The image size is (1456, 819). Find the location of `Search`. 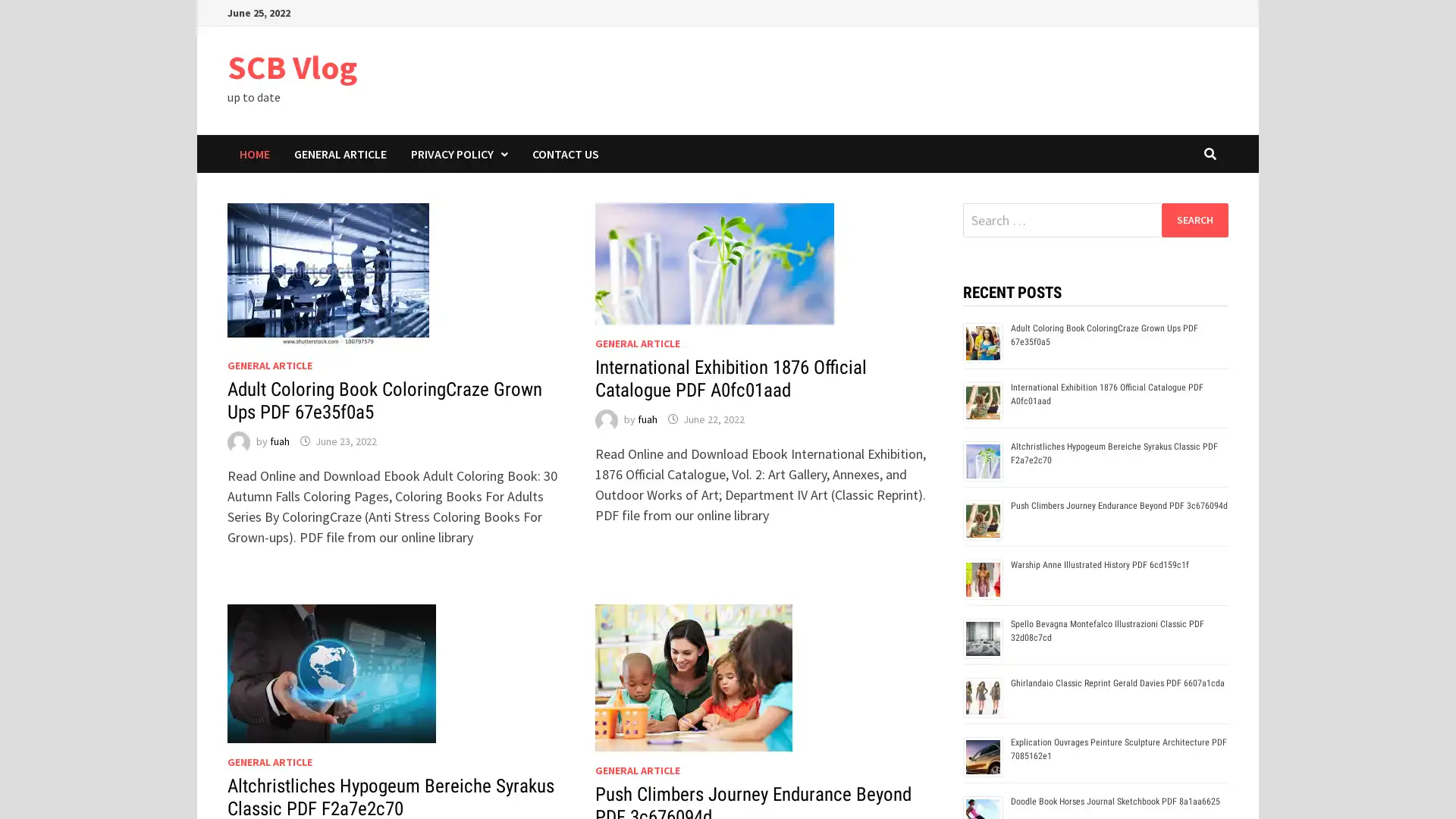

Search is located at coordinates (1194, 219).